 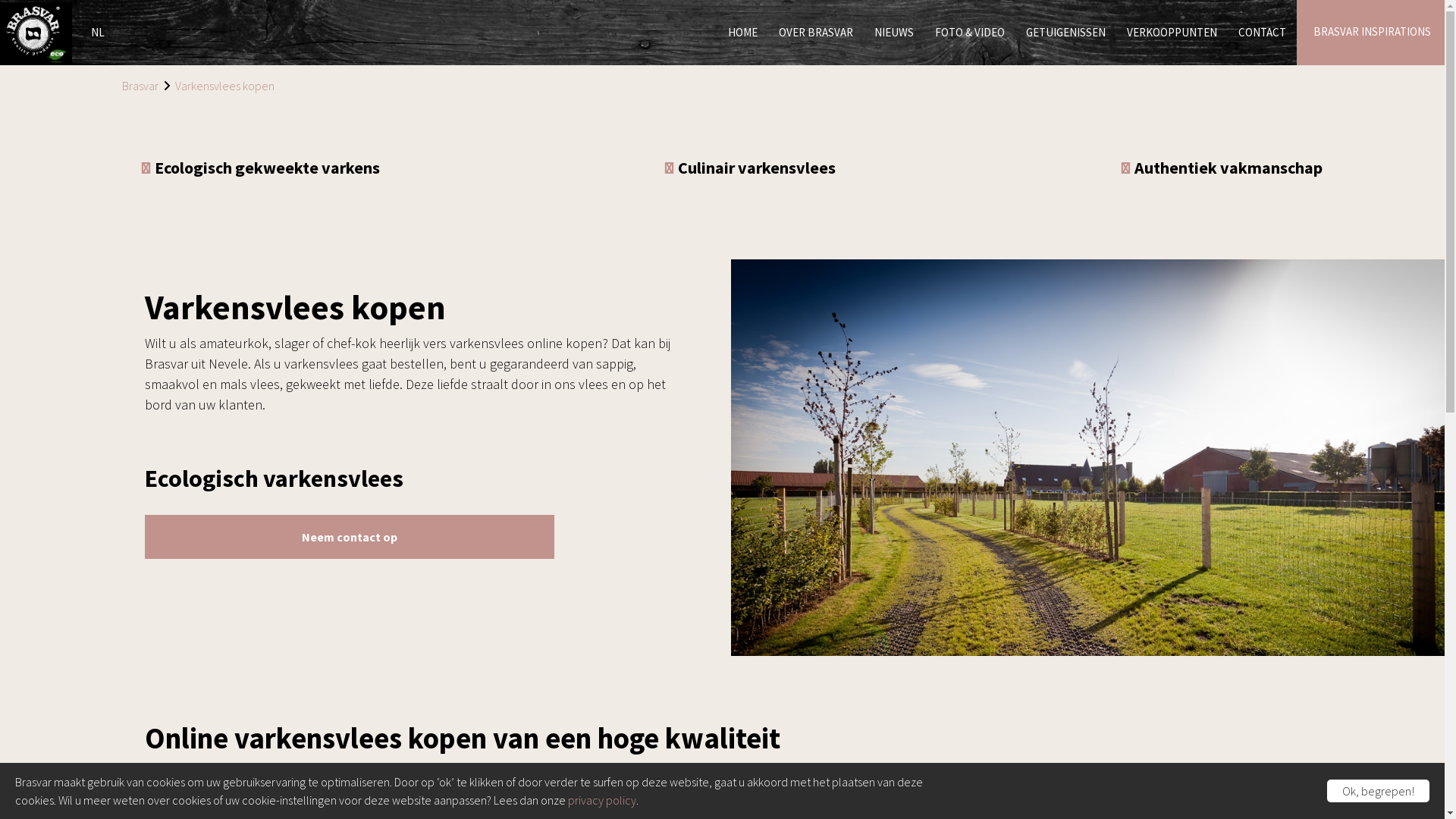 I want to click on 'Belgisch varkensvlees', so click(x=583, y=789).